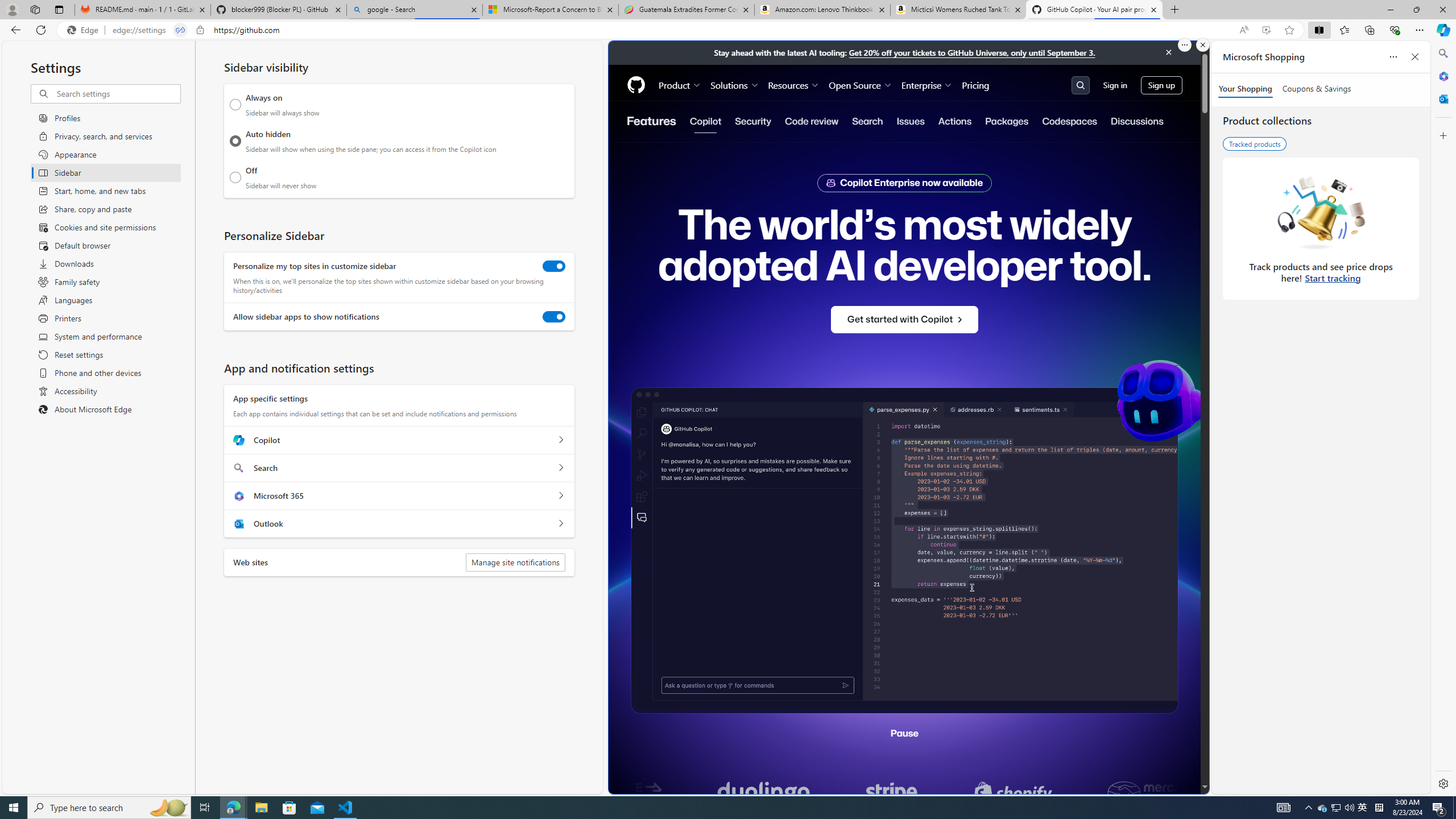 This screenshot has height=819, width=1456. I want to click on 'Resources', so click(793, 85).